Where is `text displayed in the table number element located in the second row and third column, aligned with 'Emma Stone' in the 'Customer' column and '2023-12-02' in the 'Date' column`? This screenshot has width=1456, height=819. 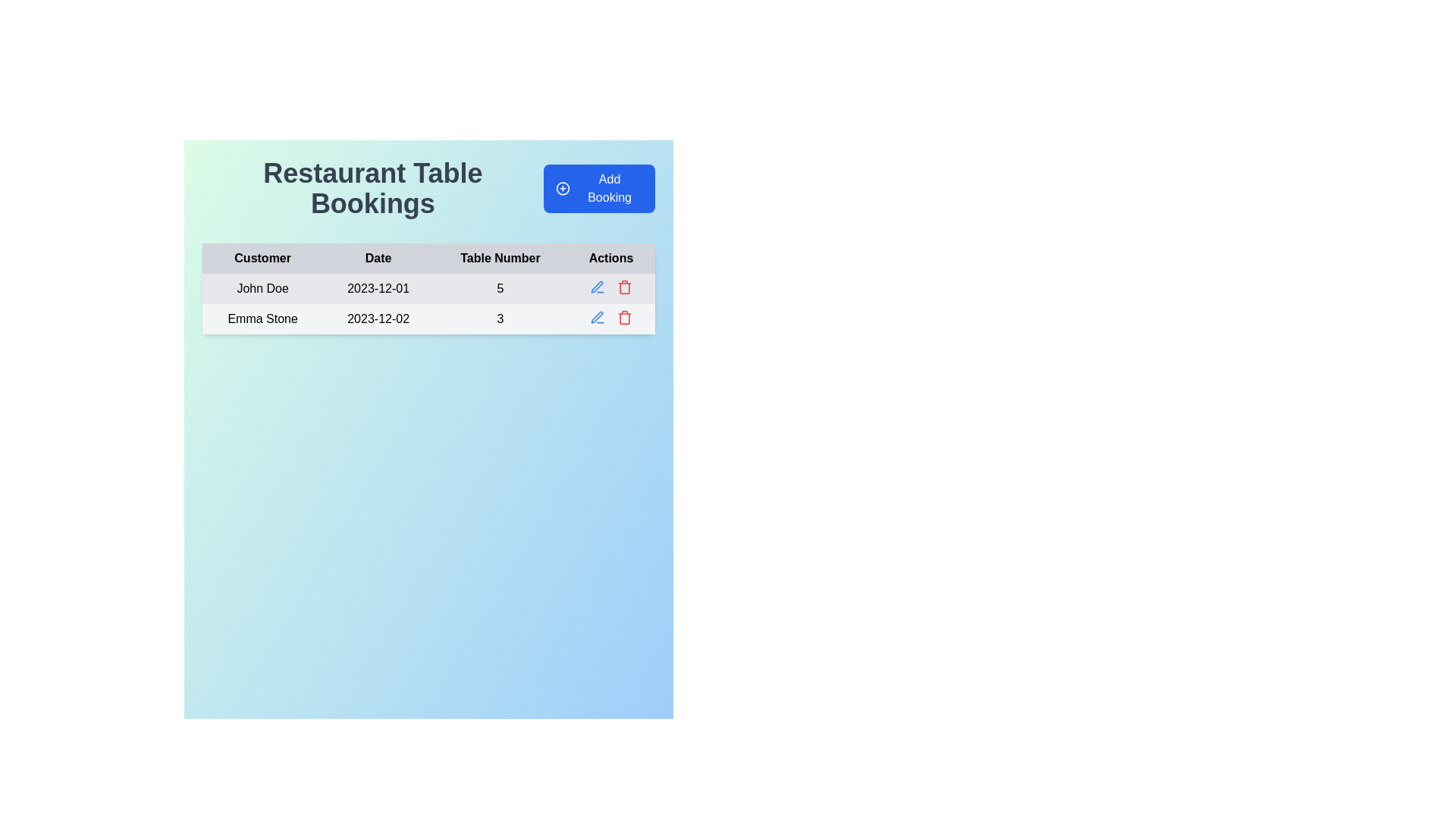
text displayed in the table number element located in the second row and third column, aligned with 'Emma Stone' in the 'Customer' column and '2023-12-02' in the 'Date' column is located at coordinates (500, 318).